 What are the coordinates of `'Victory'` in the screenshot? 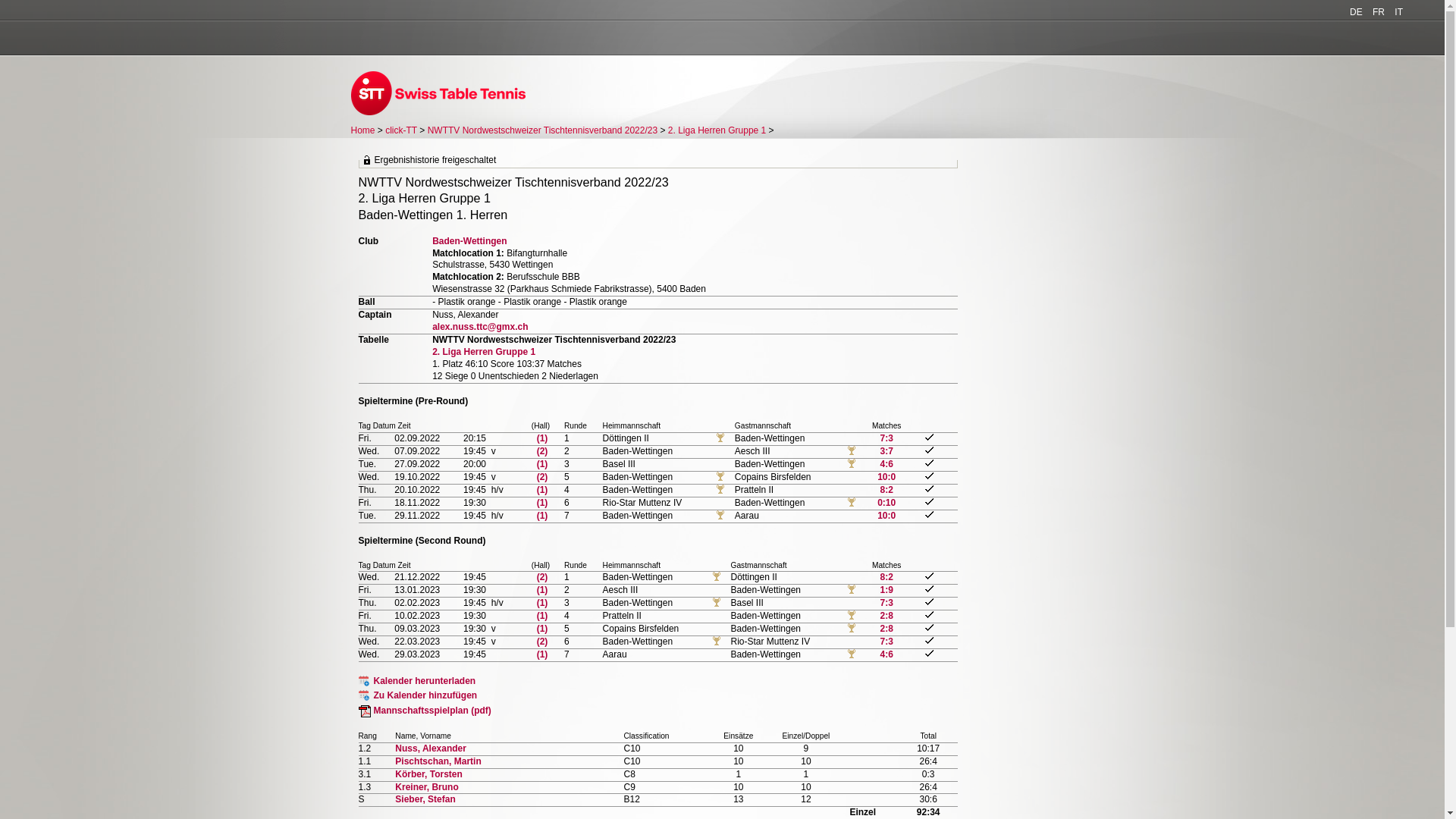 It's located at (852, 589).